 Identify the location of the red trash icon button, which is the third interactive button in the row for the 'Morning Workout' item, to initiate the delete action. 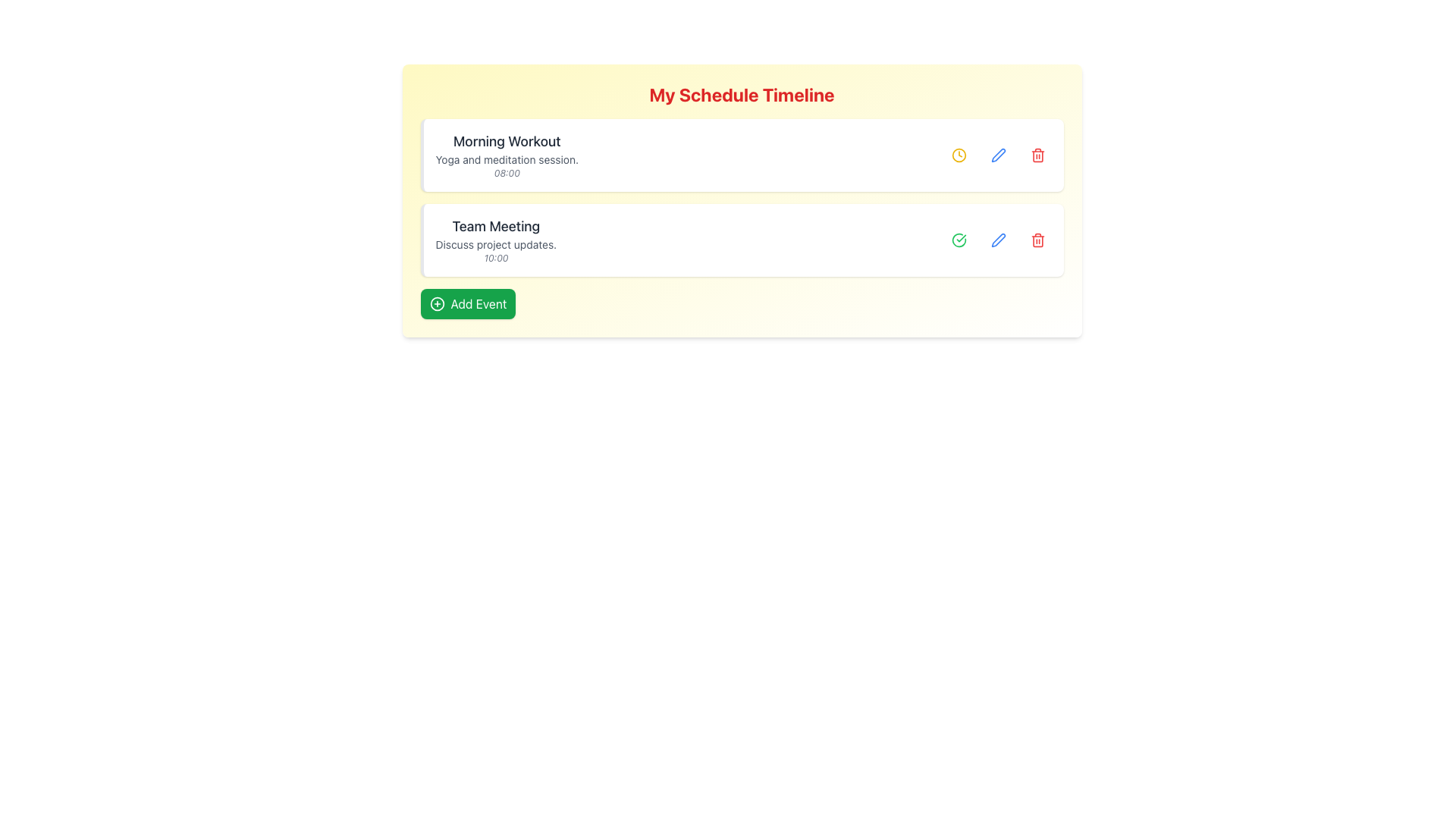
(1037, 155).